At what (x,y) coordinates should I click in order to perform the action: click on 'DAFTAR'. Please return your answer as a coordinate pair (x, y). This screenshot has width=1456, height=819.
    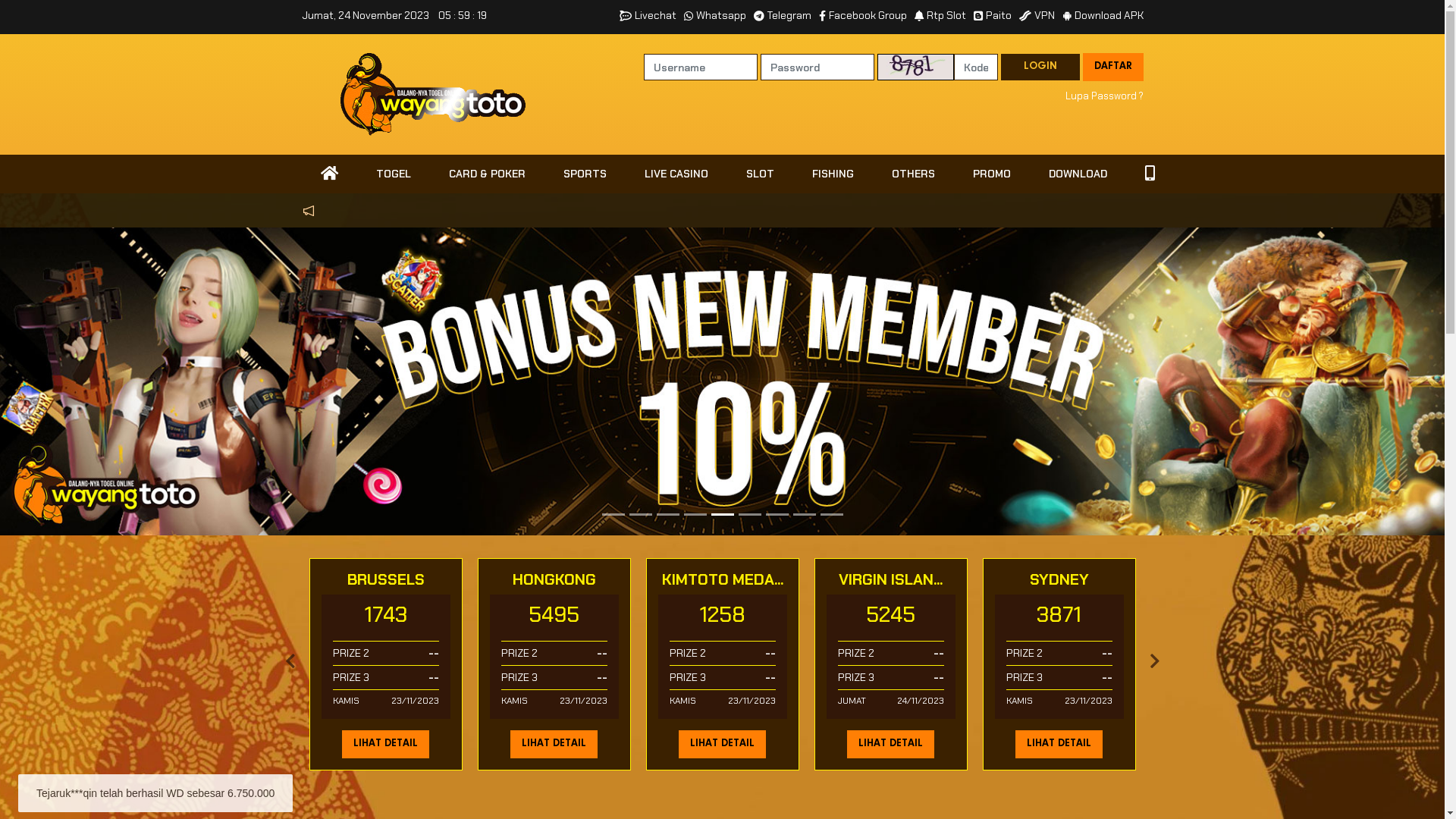
    Looking at the image, I should click on (1113, 66).